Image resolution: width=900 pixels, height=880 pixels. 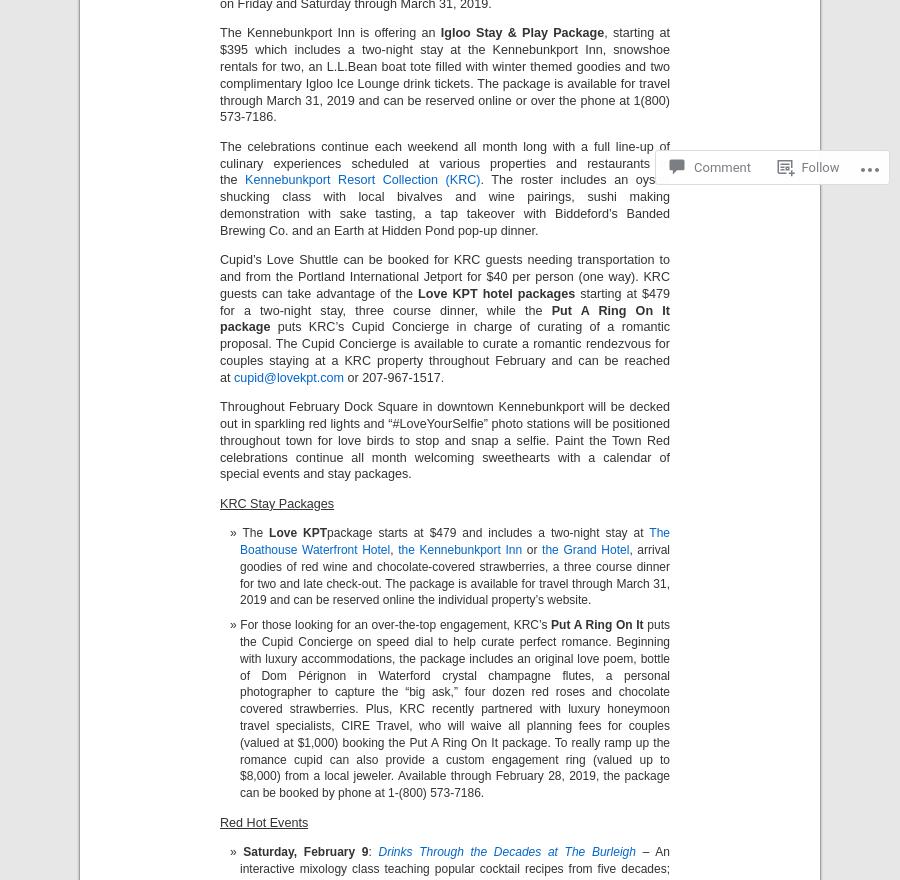 What do you see at coordinates (527, 293) in the screenshot?
I see `'hotel packages'` at bounding box center [527, 293].